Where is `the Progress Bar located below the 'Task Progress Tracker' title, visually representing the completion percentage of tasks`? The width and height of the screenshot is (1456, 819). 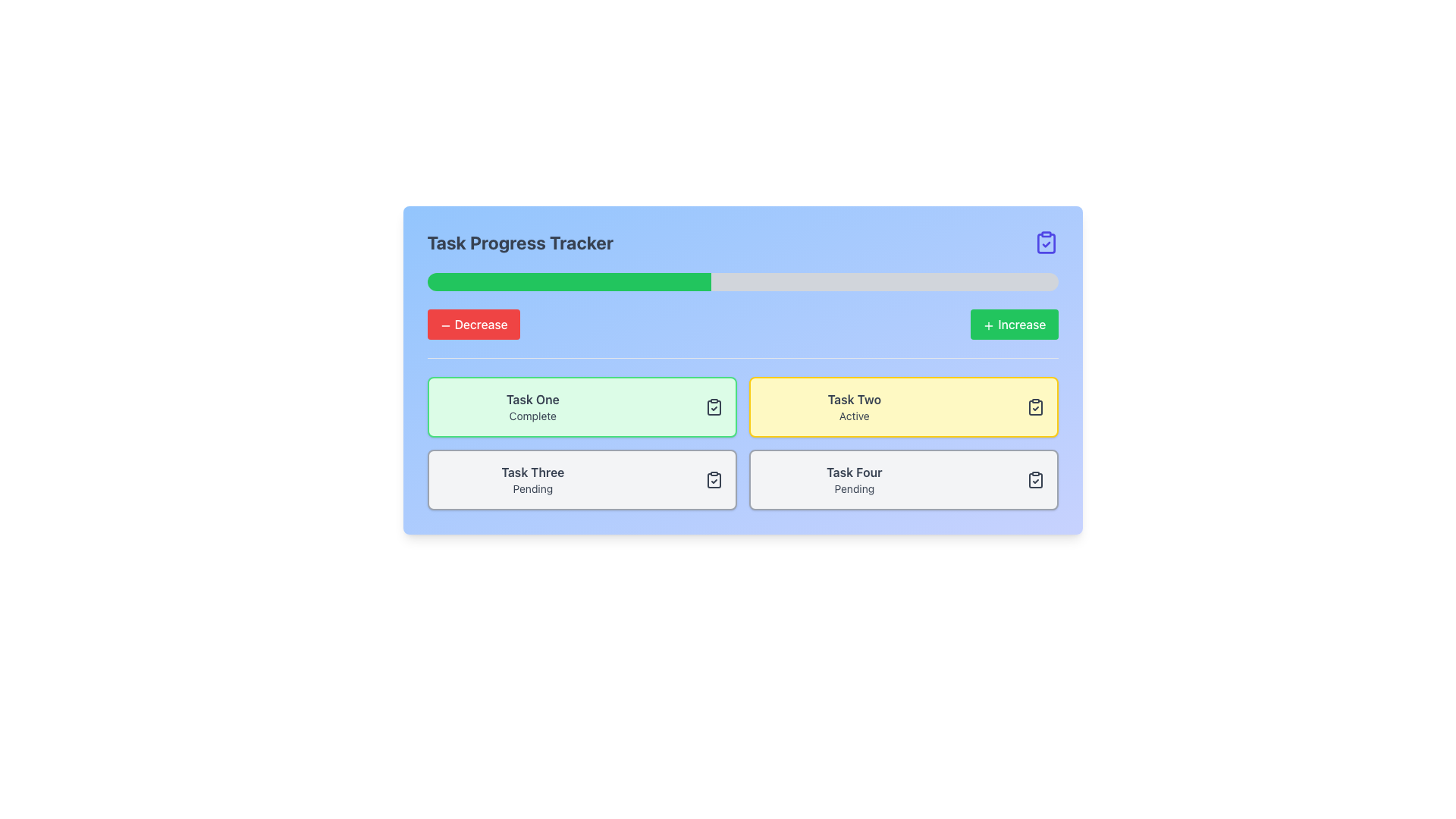 the Progress Bar located below the 'Task Progress Tracker' title, visually representing the completion percentage of tasks is located at coordinates (742, 281).